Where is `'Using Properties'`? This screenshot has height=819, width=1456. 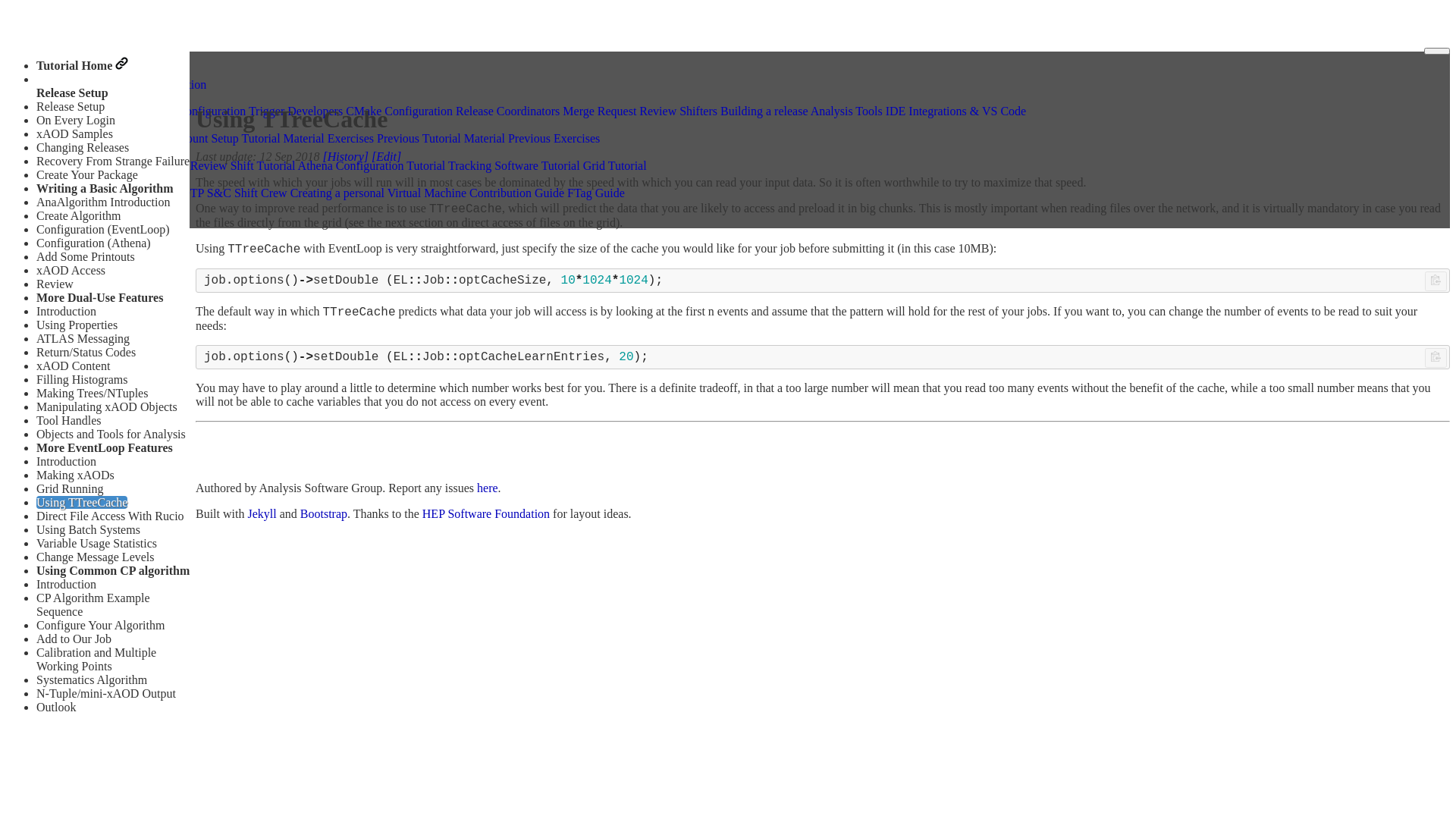 'Using Properties' is located at coordinates (76, 324).